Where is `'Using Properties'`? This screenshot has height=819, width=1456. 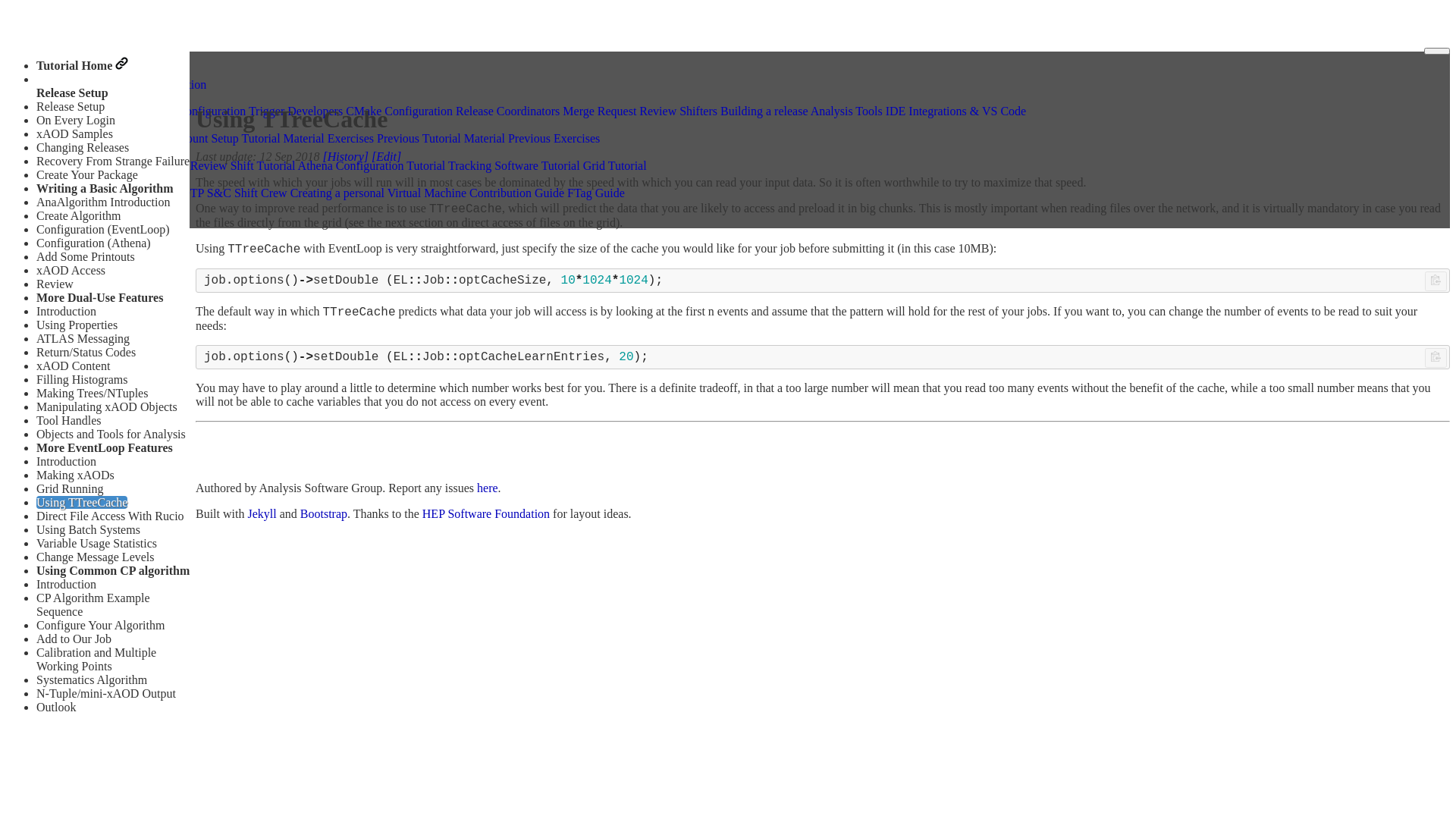 'Using Properties' is located at coordinates (76, 324).